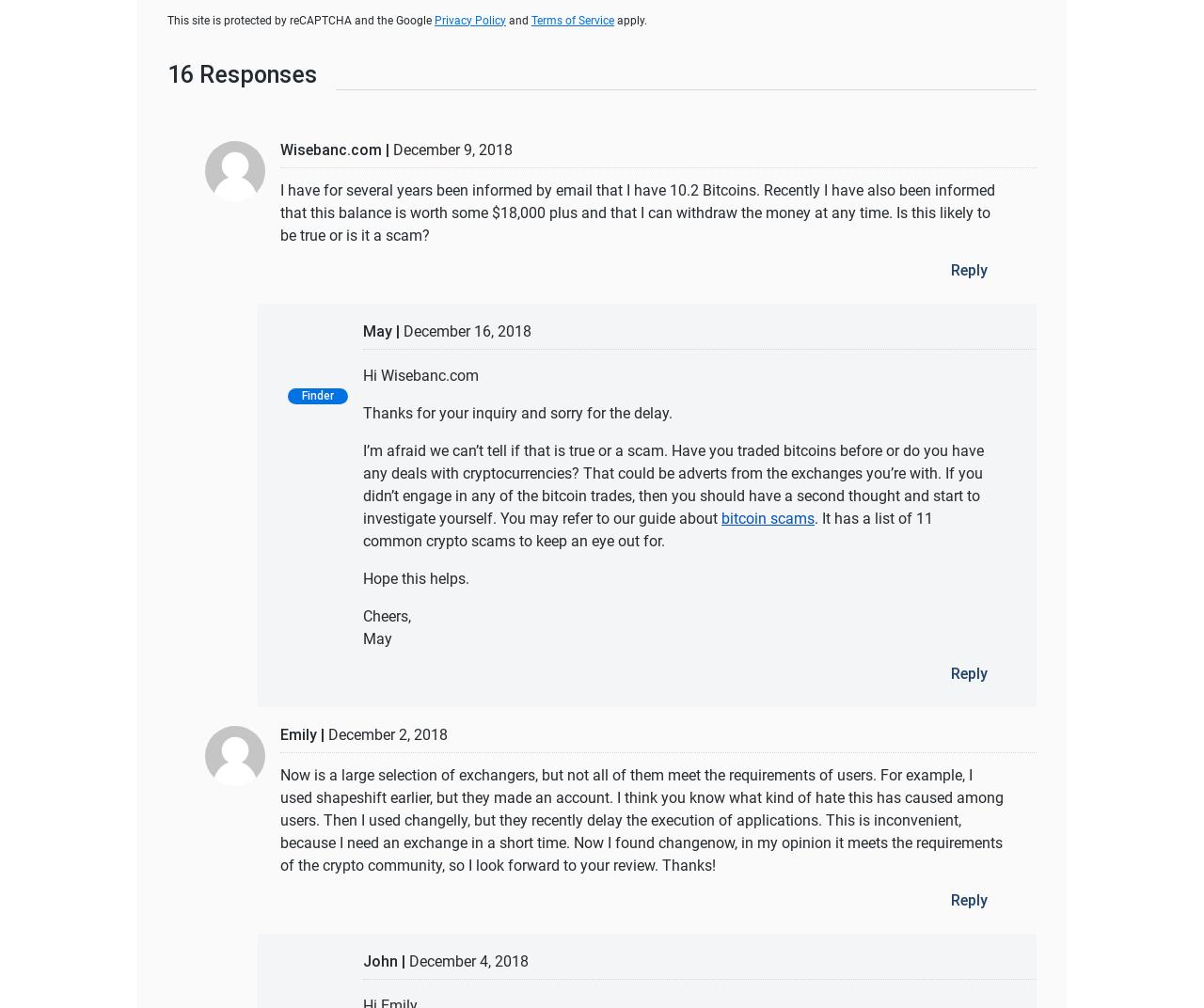  What do you see at coordinates (505, 19) in the screenshot?
I see `'and'` at bounding box center [505, 19].